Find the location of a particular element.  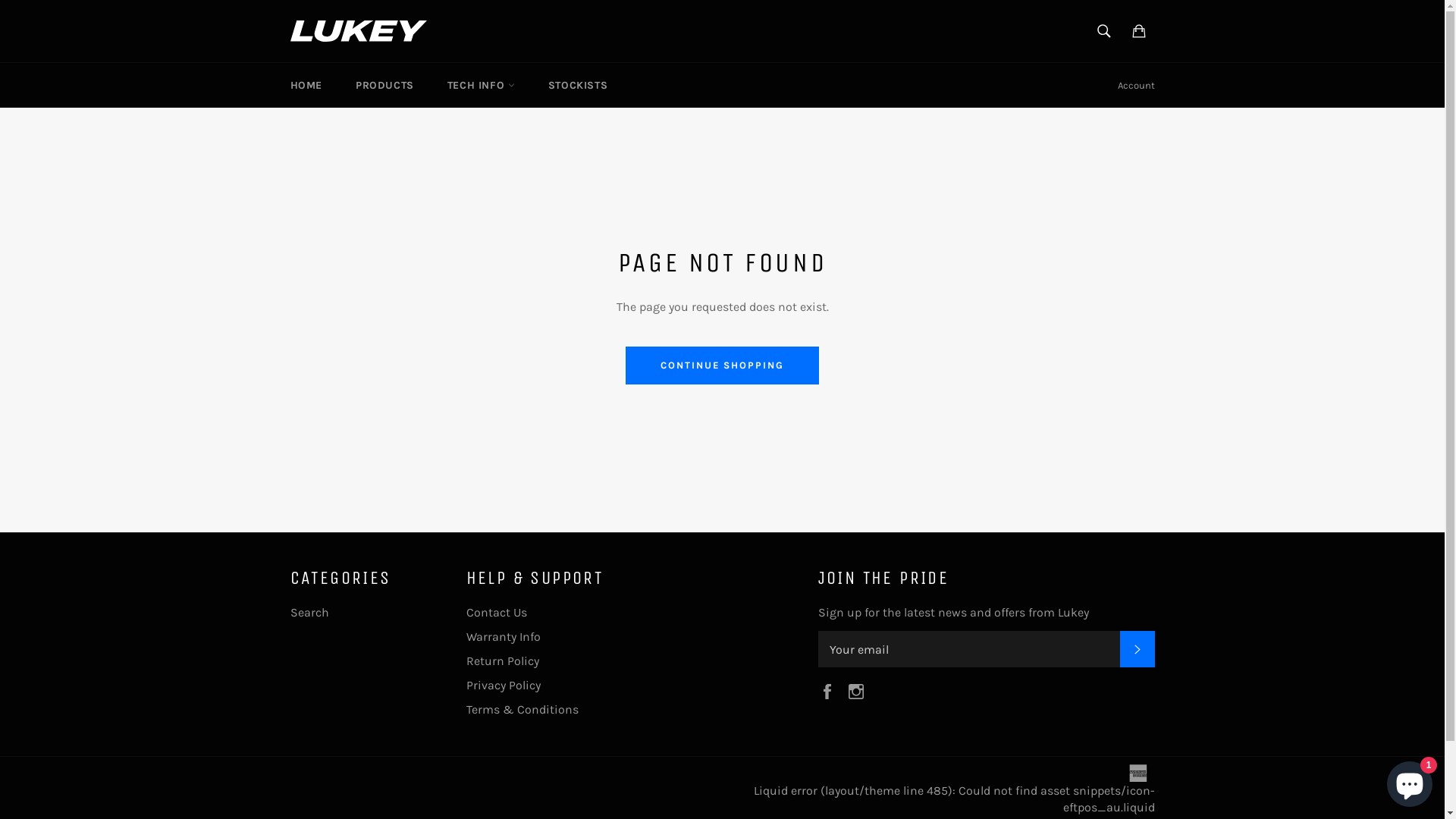

'STOCKISTS' is located at coordinates (577, 85).